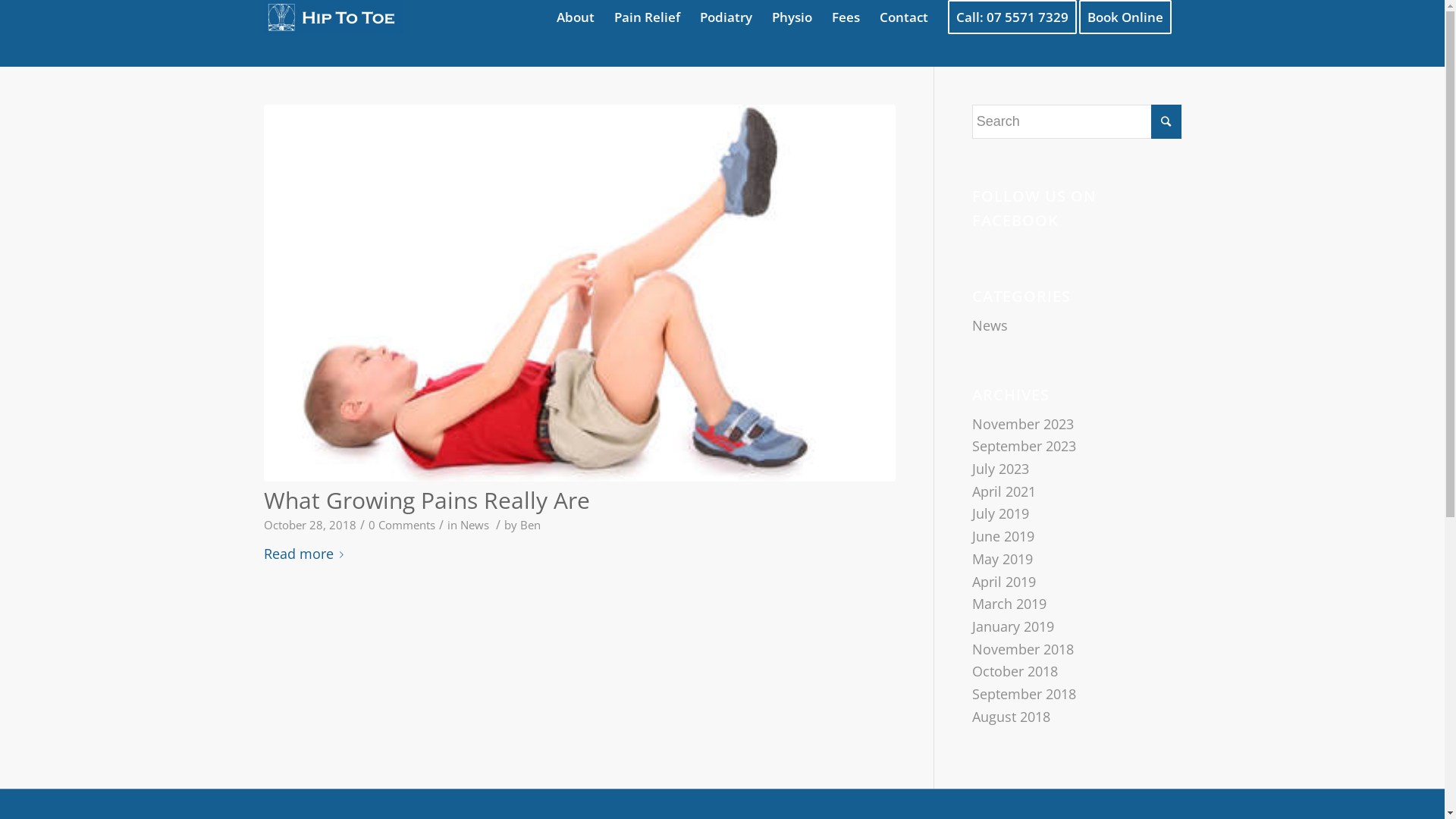 Image resolution: width=1456 pixels, height=819 pixels. I want to click on 'Ben', so click(530, 523).